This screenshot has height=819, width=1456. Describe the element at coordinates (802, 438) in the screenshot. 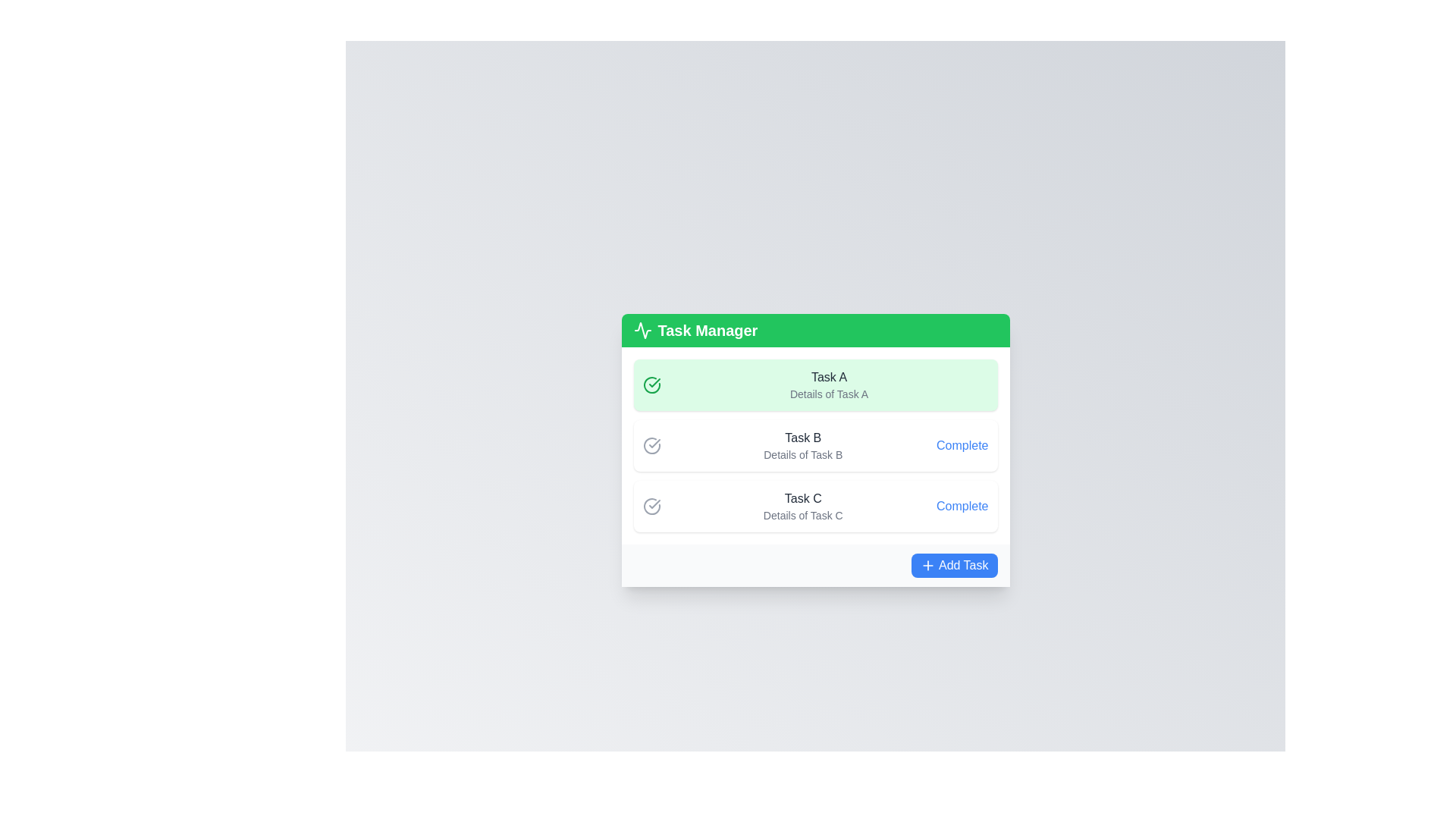

I see `the text label that identifies the task in the second task entry of the Task Manager interface` at that location.